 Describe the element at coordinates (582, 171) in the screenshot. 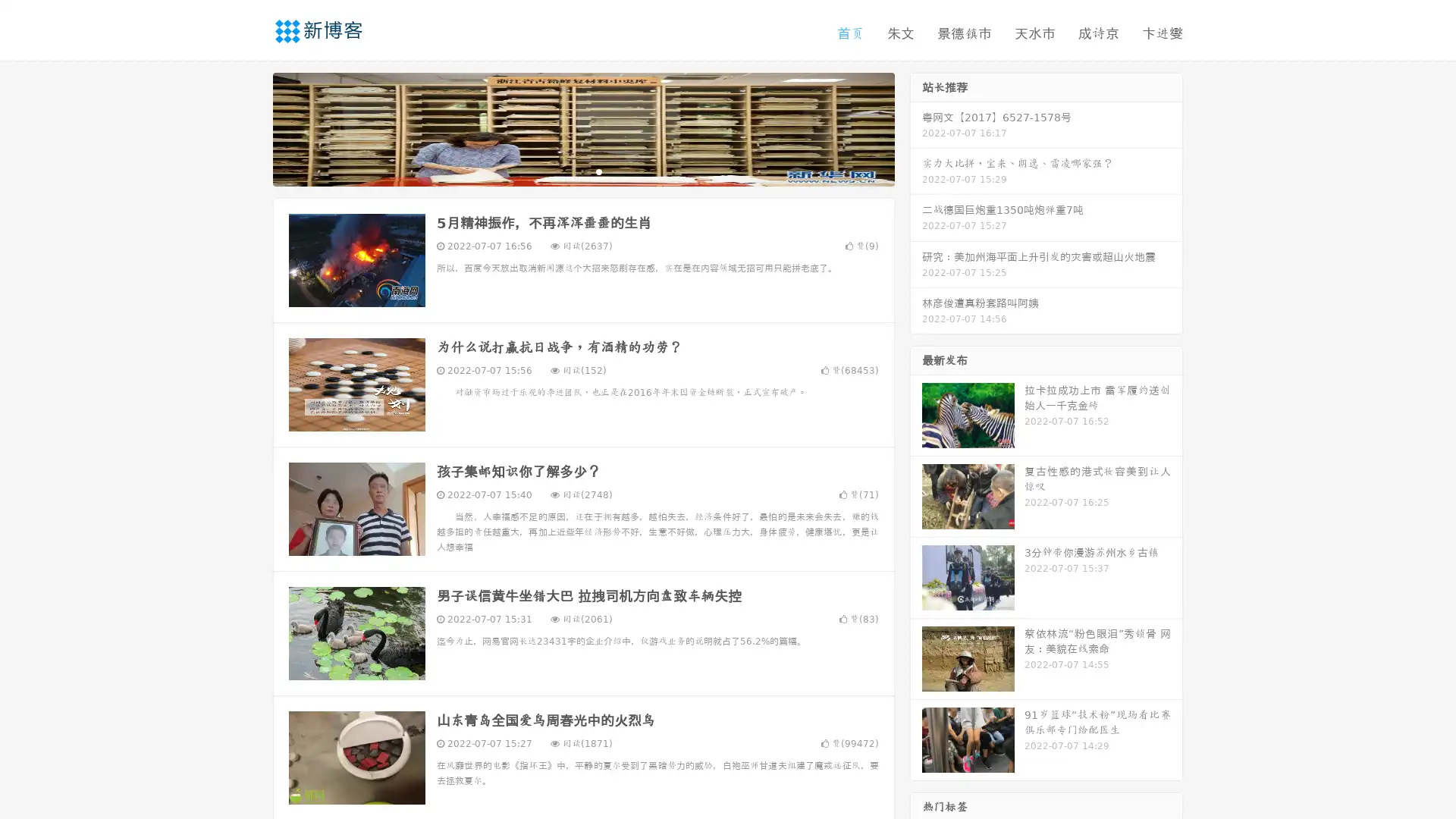

I see `Go to slide 2` at that location.